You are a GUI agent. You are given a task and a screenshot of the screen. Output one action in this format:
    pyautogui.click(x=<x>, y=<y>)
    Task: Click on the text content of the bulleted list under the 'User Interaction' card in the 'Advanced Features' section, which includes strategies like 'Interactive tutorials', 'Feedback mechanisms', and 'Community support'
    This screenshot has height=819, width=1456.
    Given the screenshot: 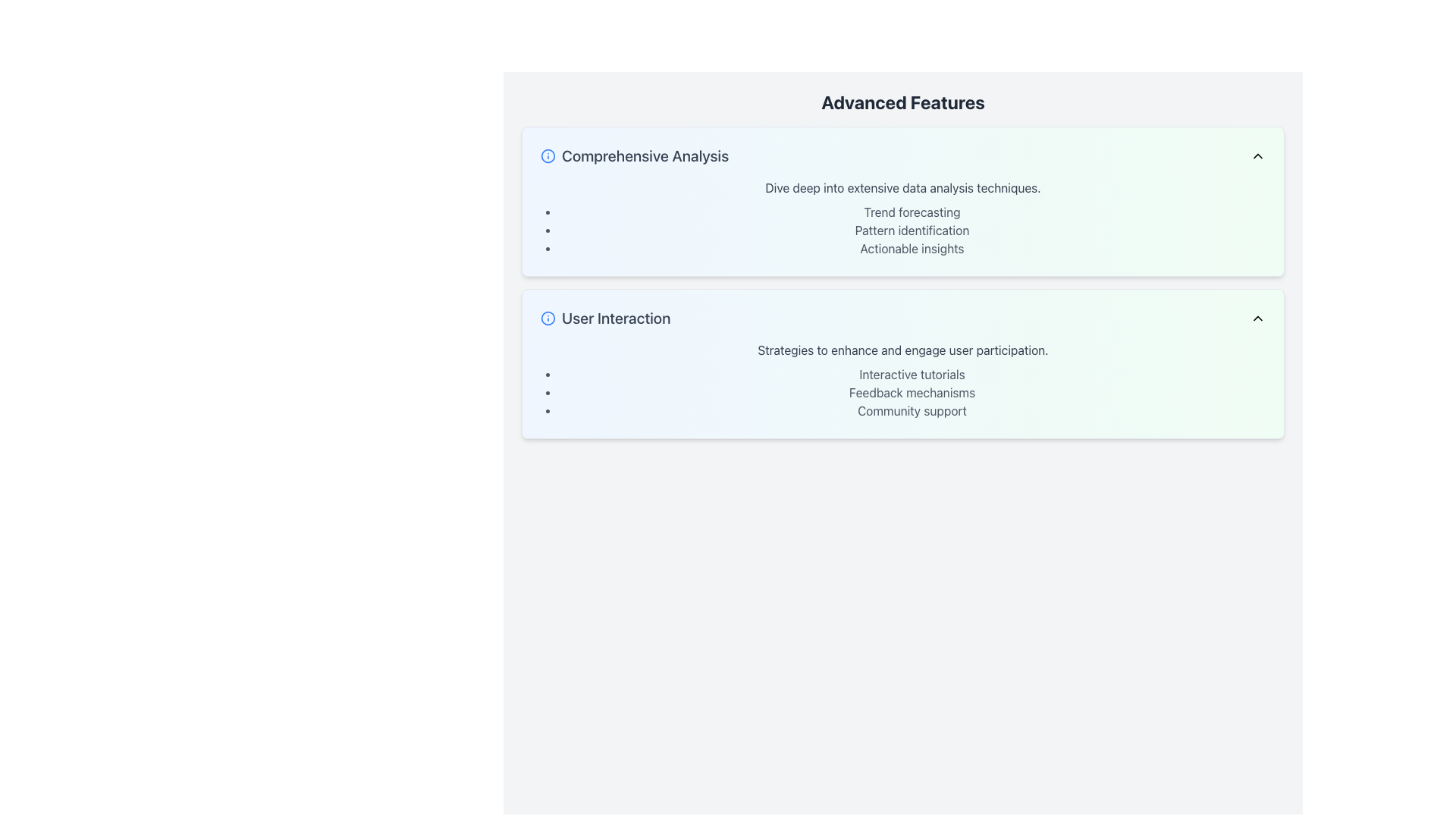 What is the action you would take?
    pyautogui.click(x=902, y=379)
    